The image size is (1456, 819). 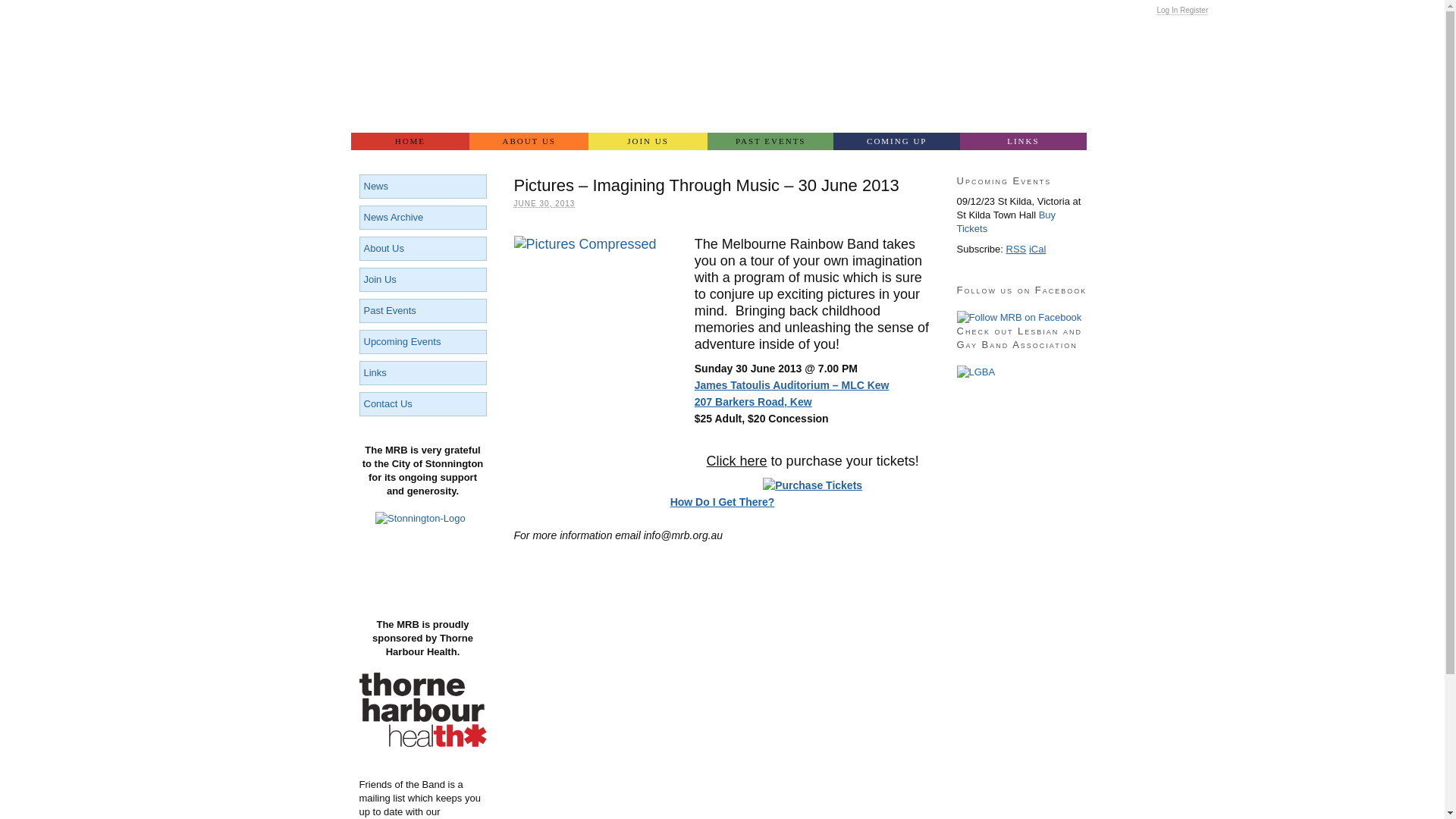 I want to click on 'RSS', so click(x=1016, y=248).